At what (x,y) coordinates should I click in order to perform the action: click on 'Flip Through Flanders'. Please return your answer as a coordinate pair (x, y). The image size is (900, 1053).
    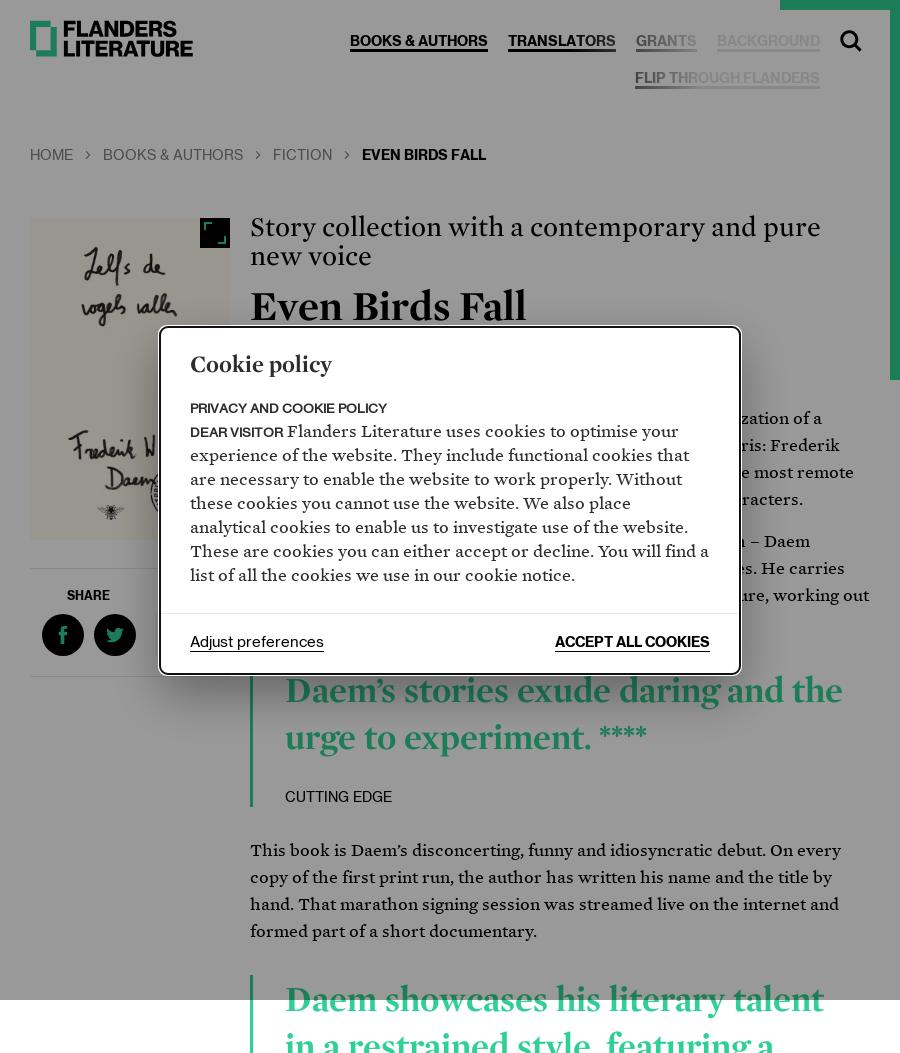
    Looking at the image, I should click on (635, 77).